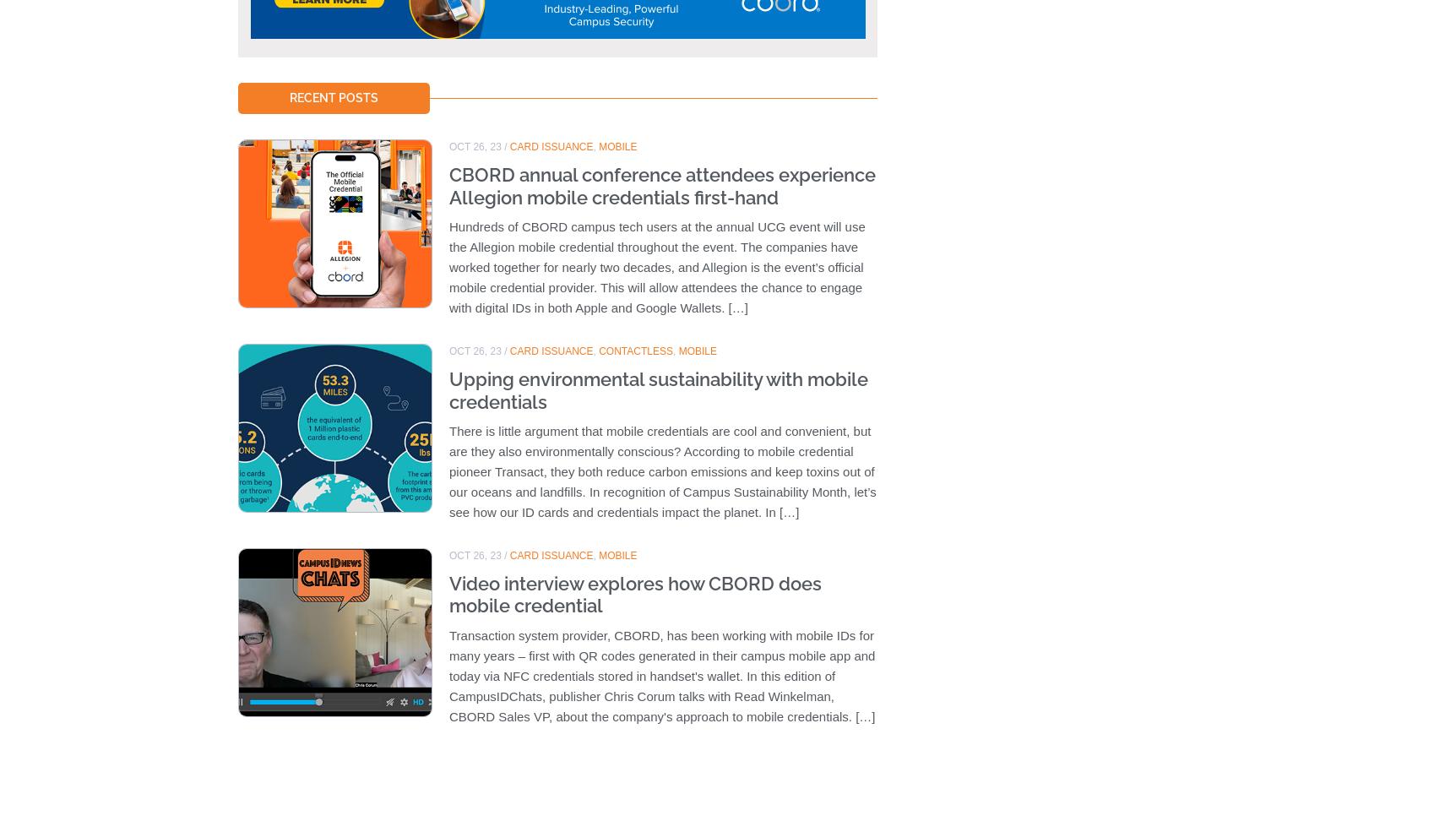 The height and width of the screenshot is (832, 1456). Describe the element at coordinates (658, 389) in the screenshot. I see `'Upping environmental sustainability with mobile credentials'` at that location.